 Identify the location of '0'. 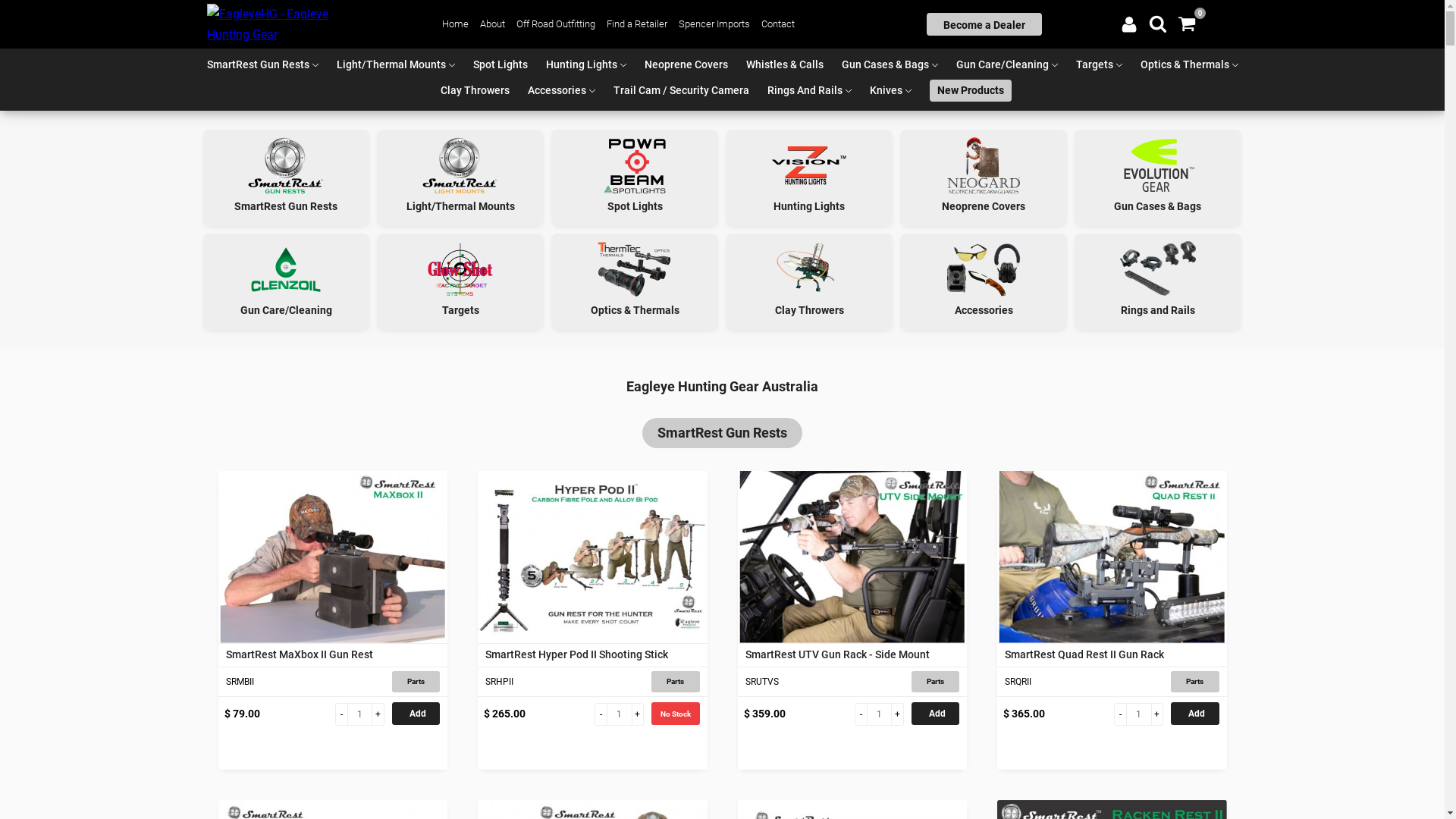
(1185, 24).